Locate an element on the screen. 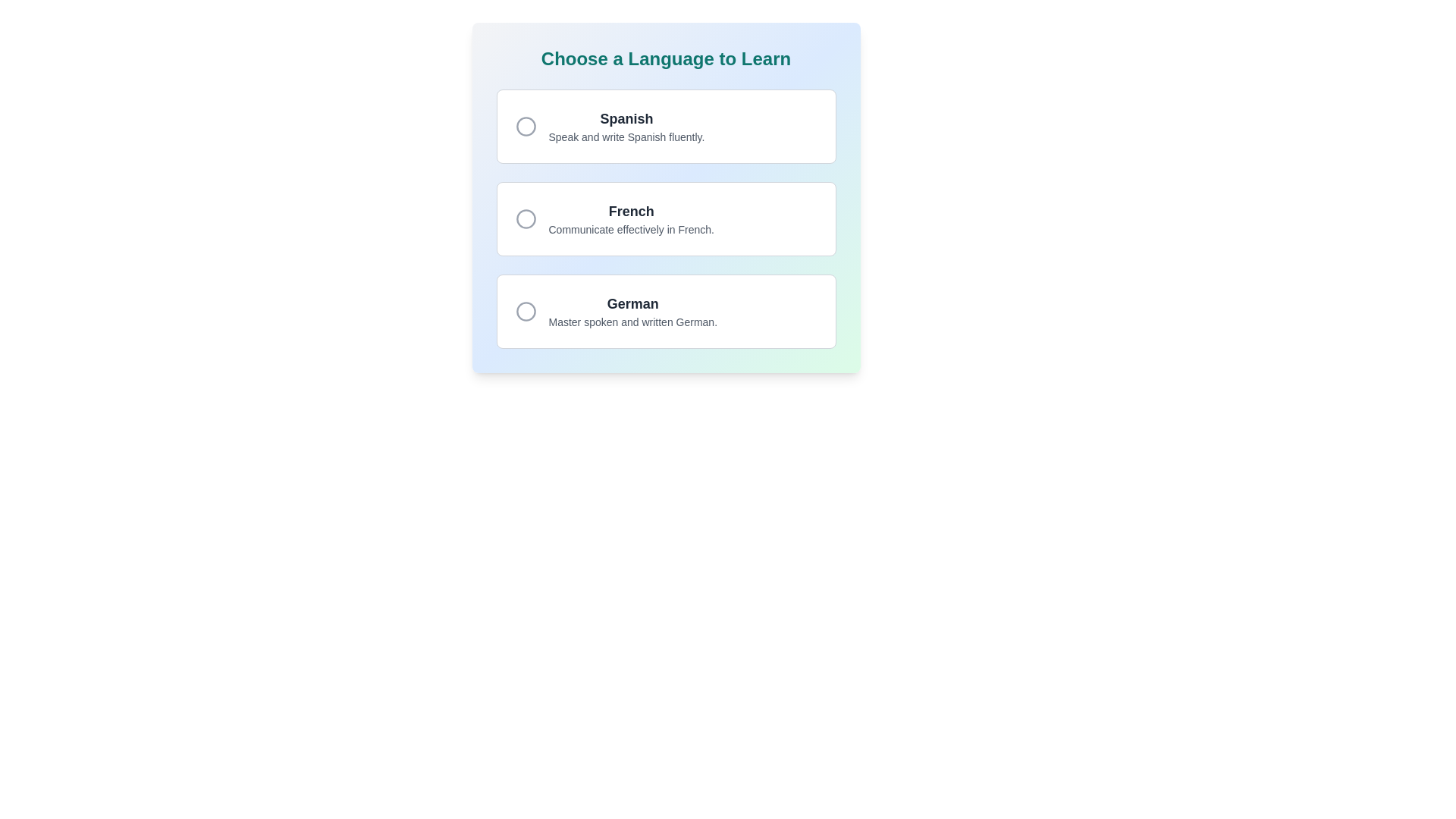 The image size is (1456, 819). the text label that serves as the title for the selection card associated with the 'French' language learning option, centrally aligned within the interface is located at coordinates (631, 211).